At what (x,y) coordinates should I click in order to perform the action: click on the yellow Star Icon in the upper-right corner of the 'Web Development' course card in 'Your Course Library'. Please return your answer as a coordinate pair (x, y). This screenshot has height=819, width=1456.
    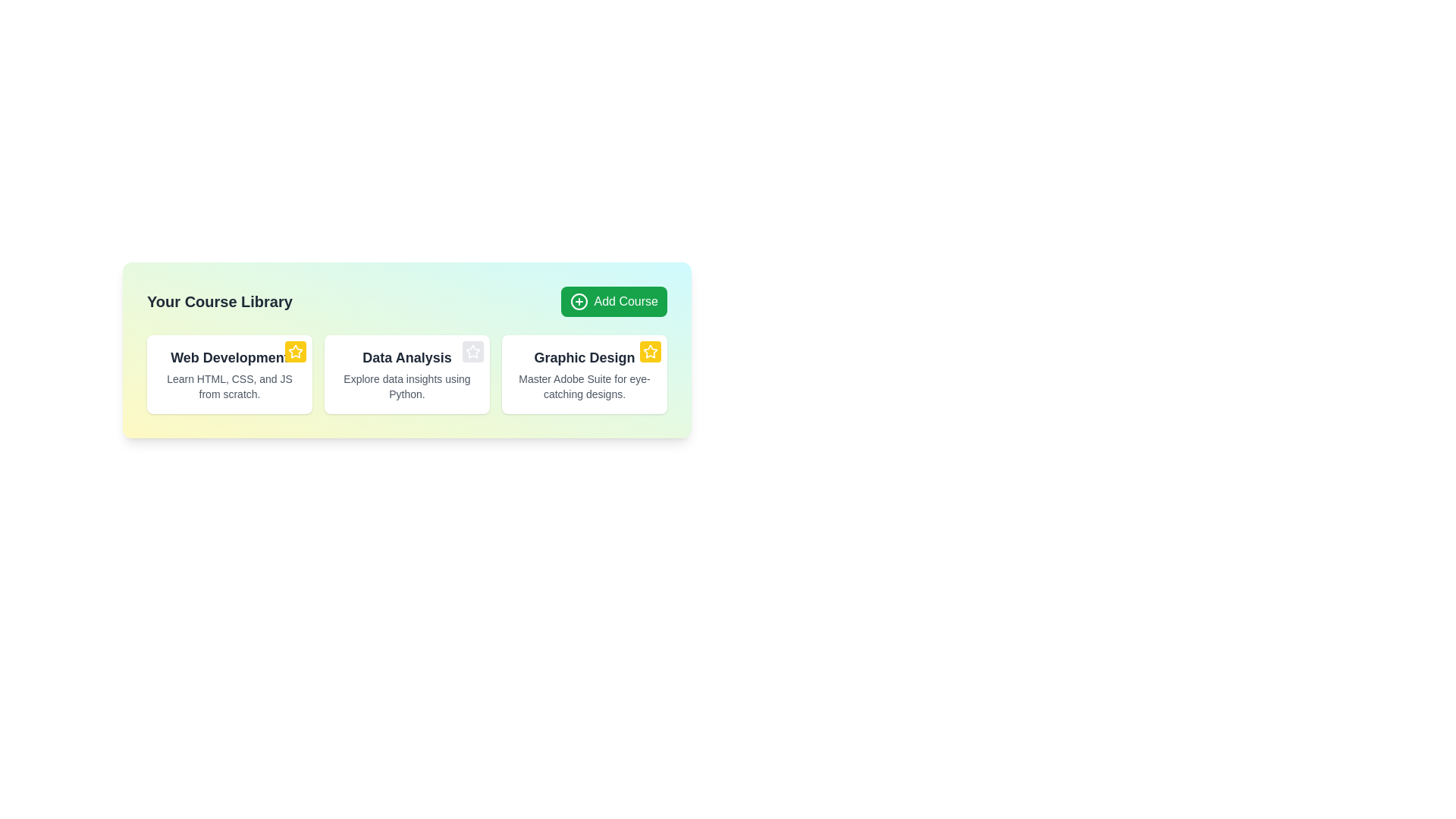
    Looking at the image, I should click on (295, 351).